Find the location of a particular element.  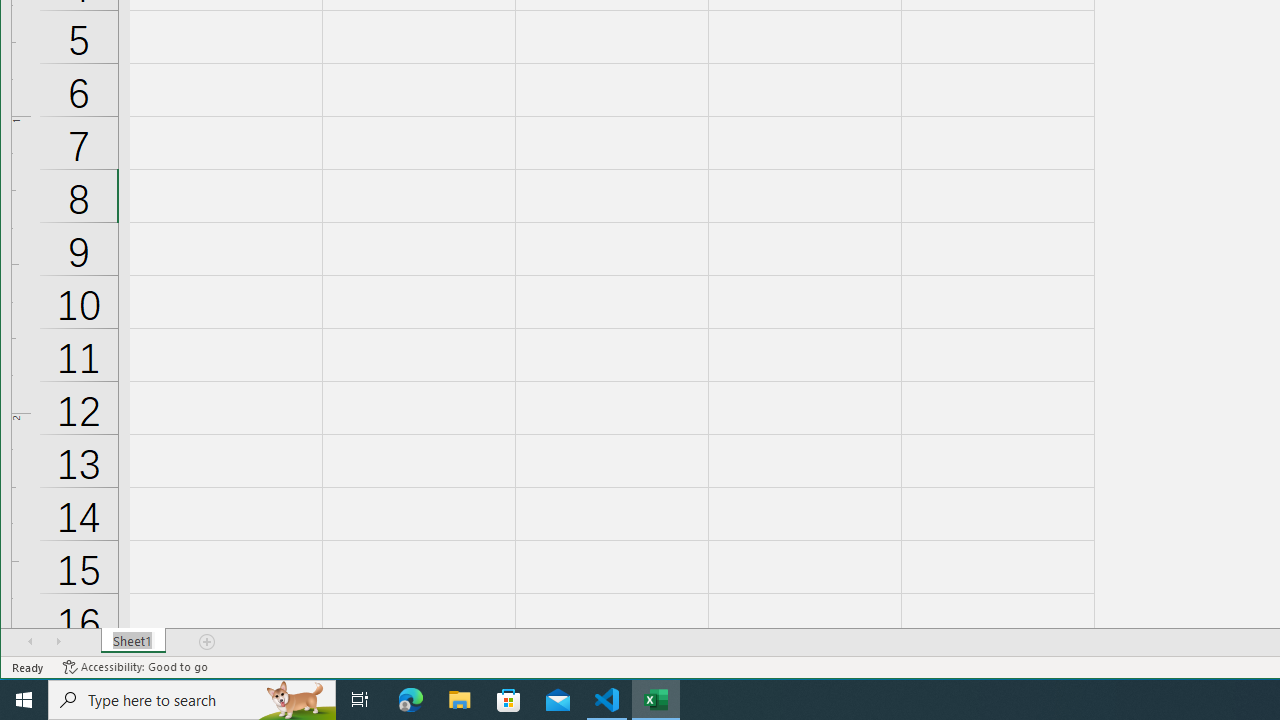

'Sheet1' is located at coordinates (132, 641).